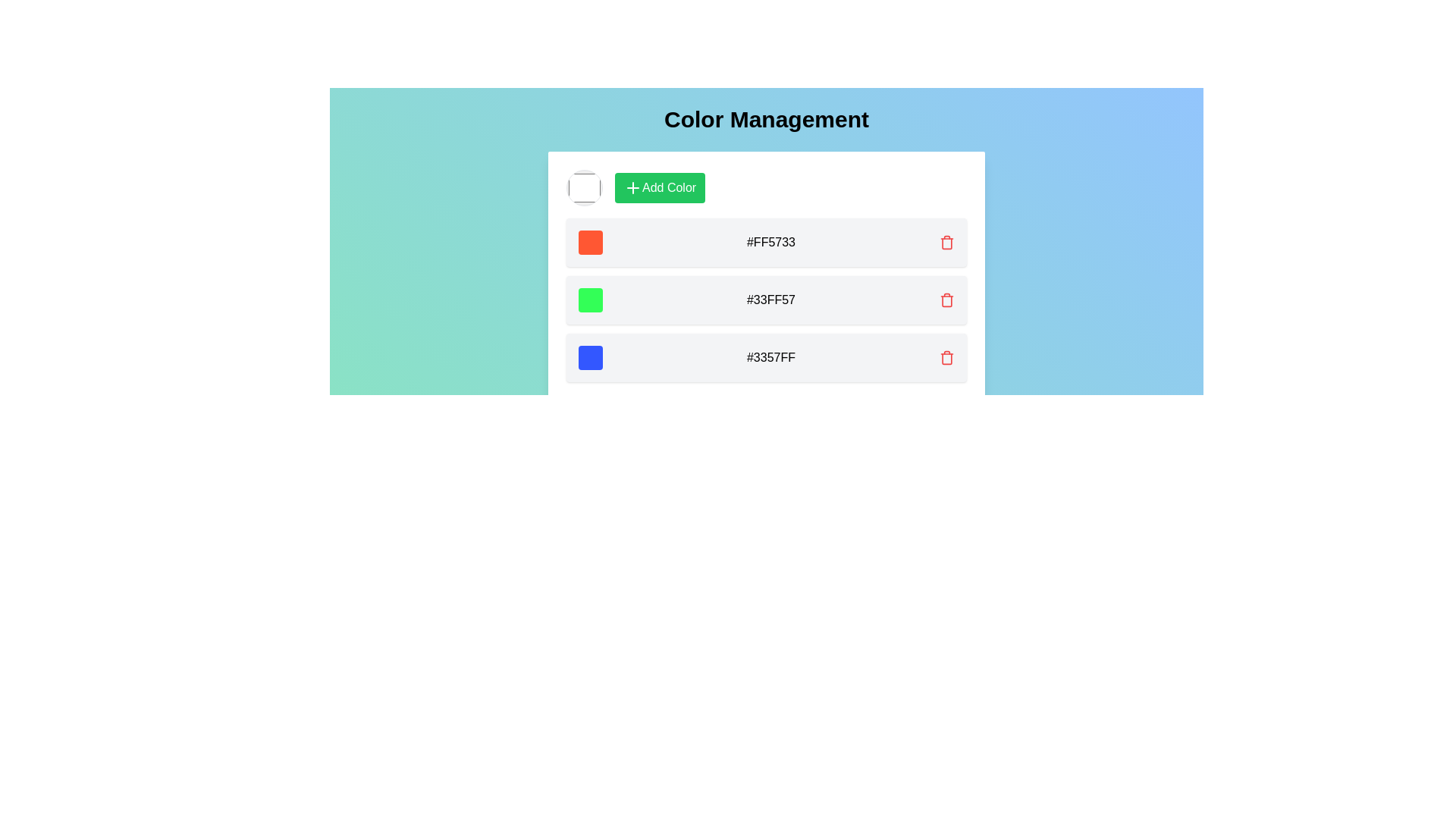 This screenshot has width=1456, height=819. I want to click on a color using the circular color picker located in the horizontally arranged group in the 'Color Management' panel, so click(767, 187).